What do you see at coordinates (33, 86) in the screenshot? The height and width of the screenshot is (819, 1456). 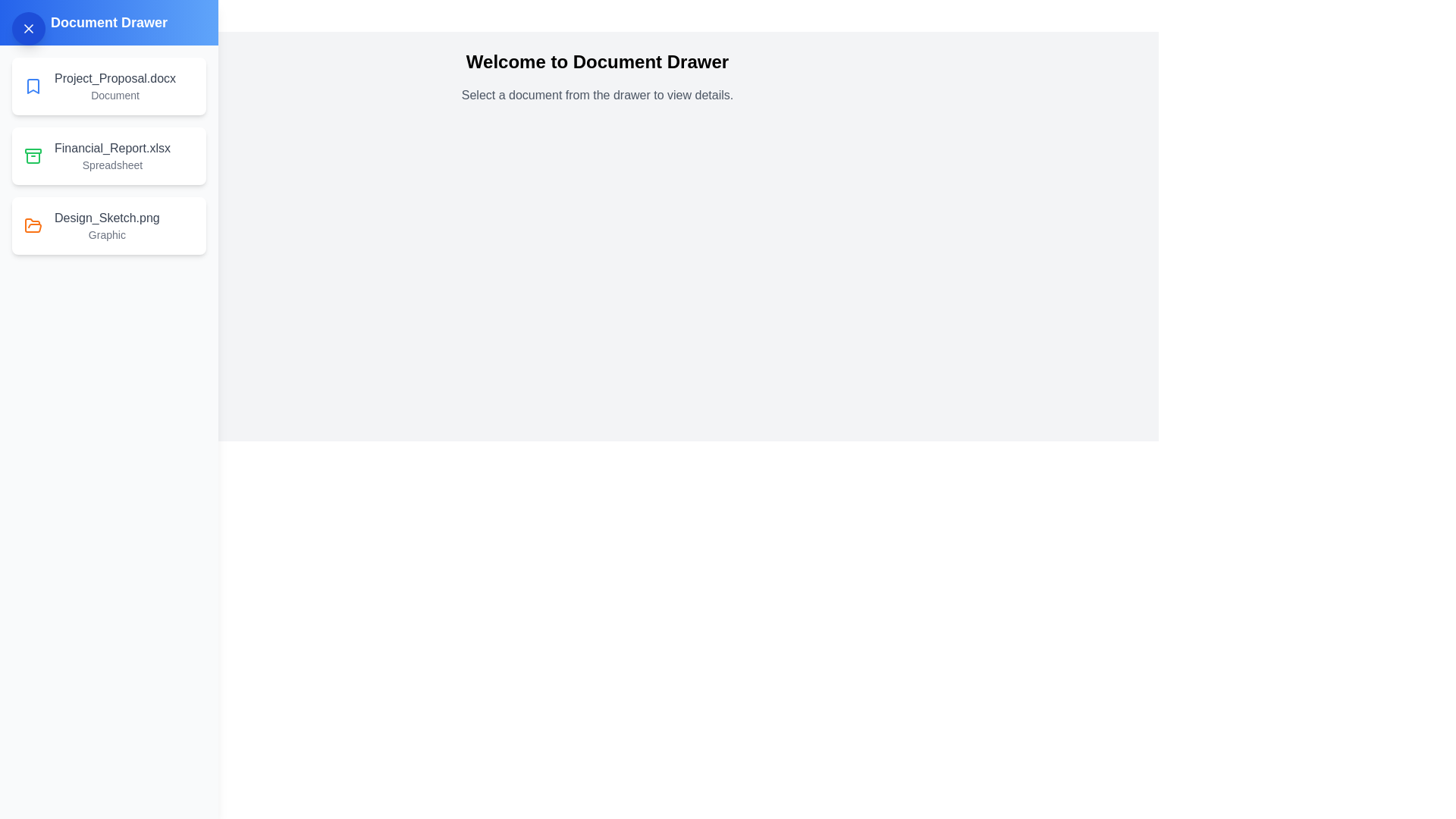 I see `the icon associated with the document Project_Proposal.docx` at bounding box center [33, 86].